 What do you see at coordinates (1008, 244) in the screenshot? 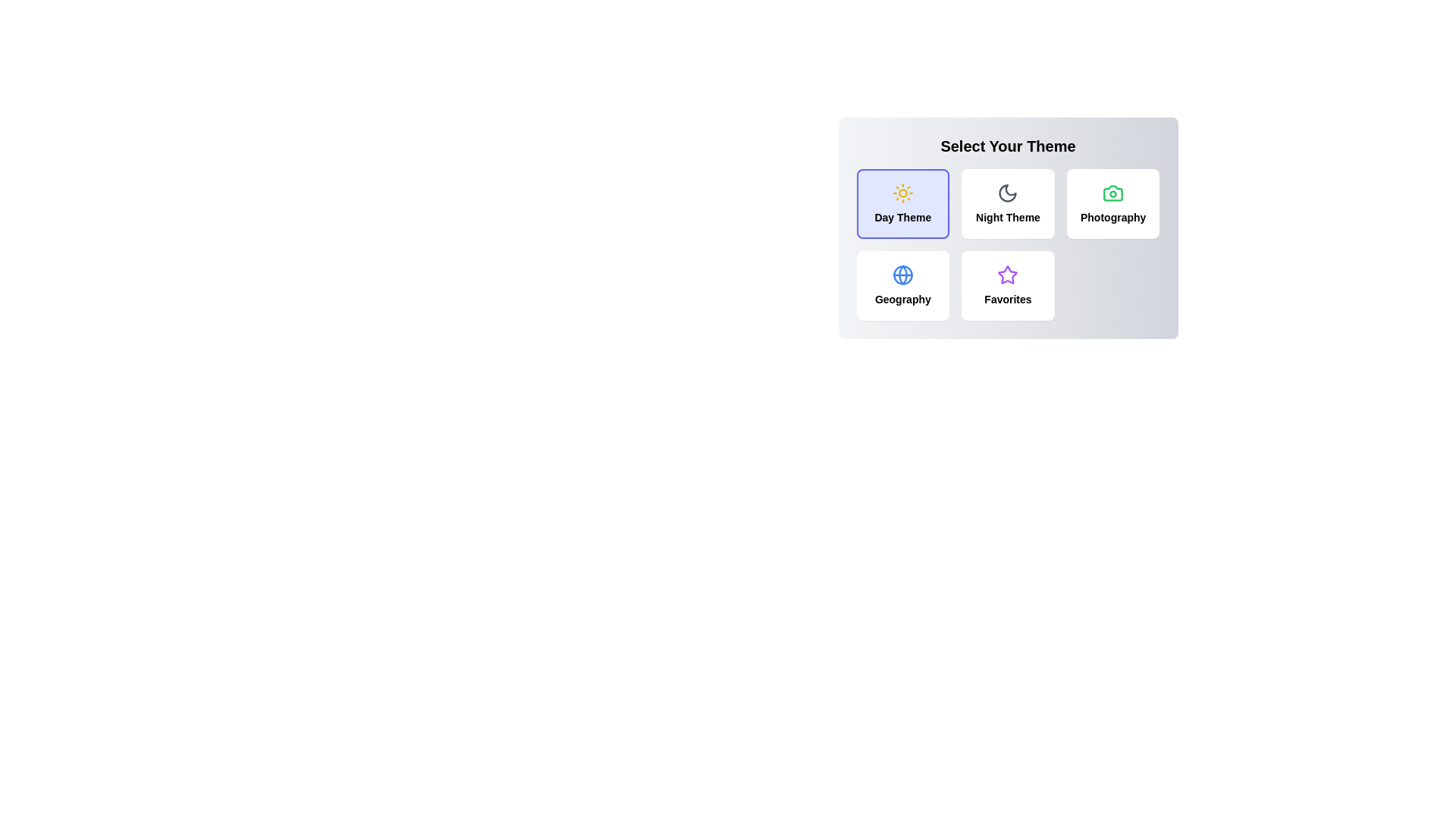
I see `a specific card within the grid layout of selectable themes located under the header 'Select Your Theme'` at bounding box center [1008, 244].